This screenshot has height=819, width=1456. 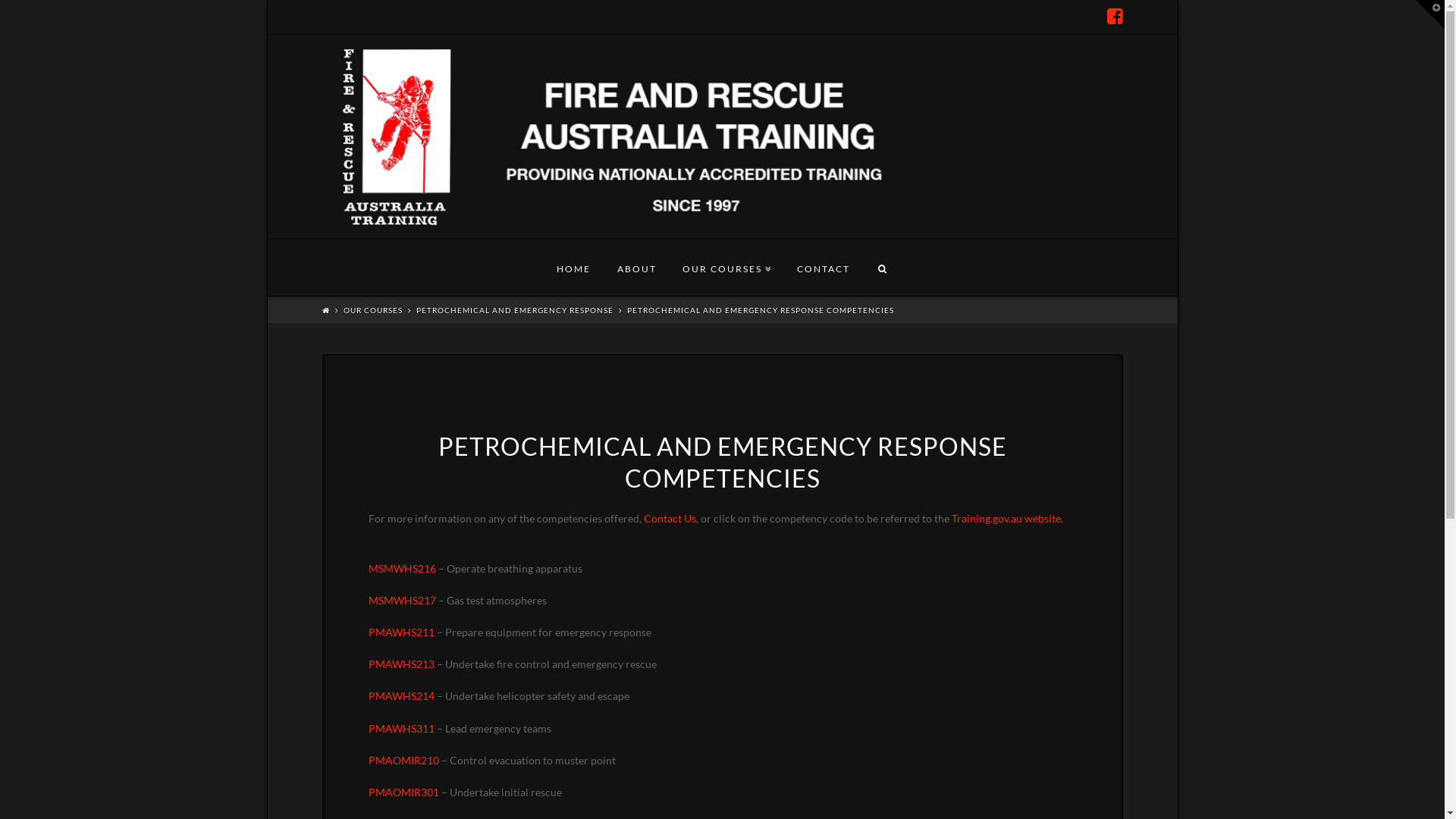 What do you see at coordinates (401, 632) in the screenshot?
I see `'PMAWHS211'` at bounding box center [401, 632].